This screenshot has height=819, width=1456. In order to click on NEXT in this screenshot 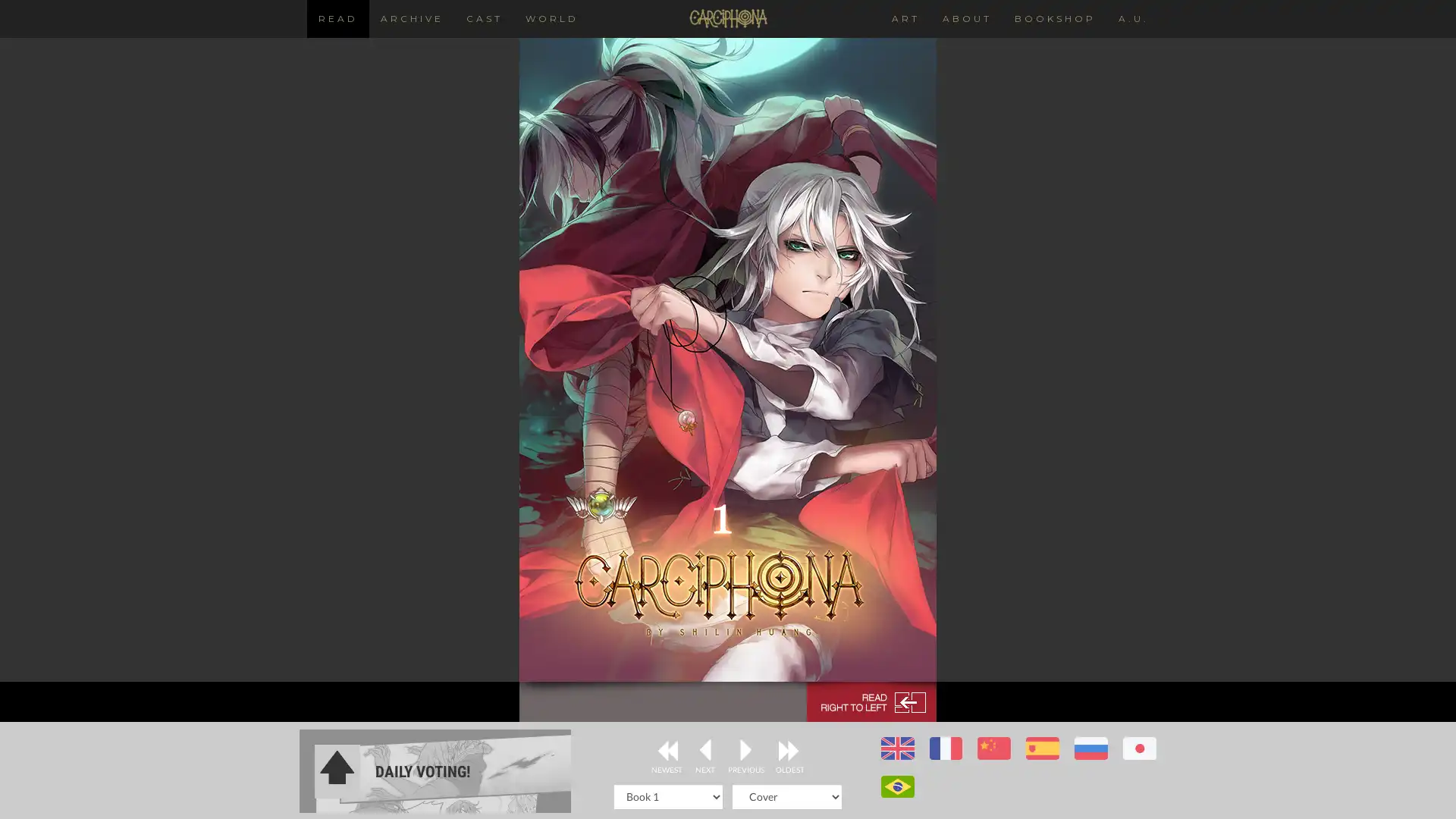, I will do `click(704, 752)`.